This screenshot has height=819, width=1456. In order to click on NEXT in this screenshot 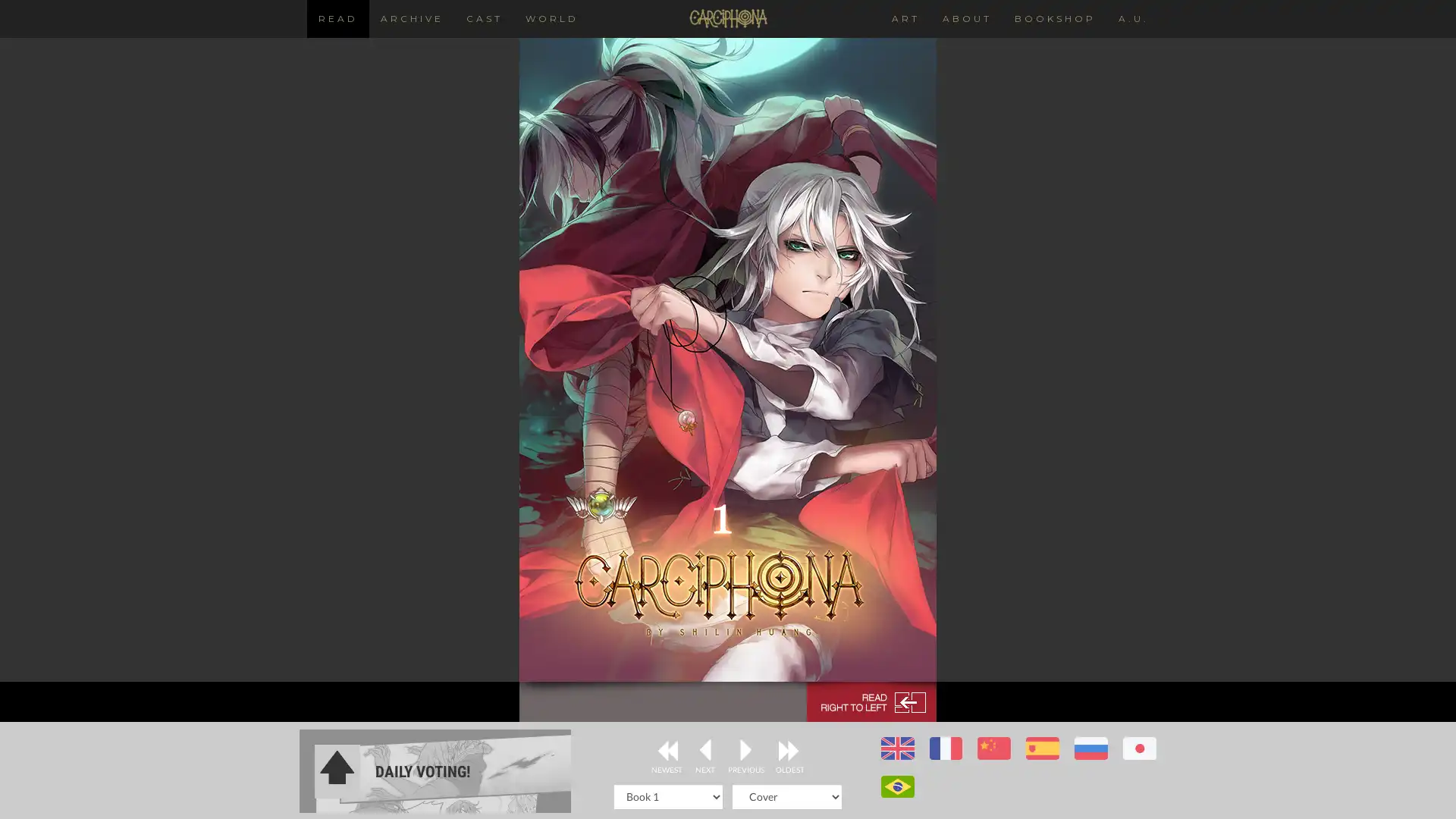, I will do `click(704, 752)`.